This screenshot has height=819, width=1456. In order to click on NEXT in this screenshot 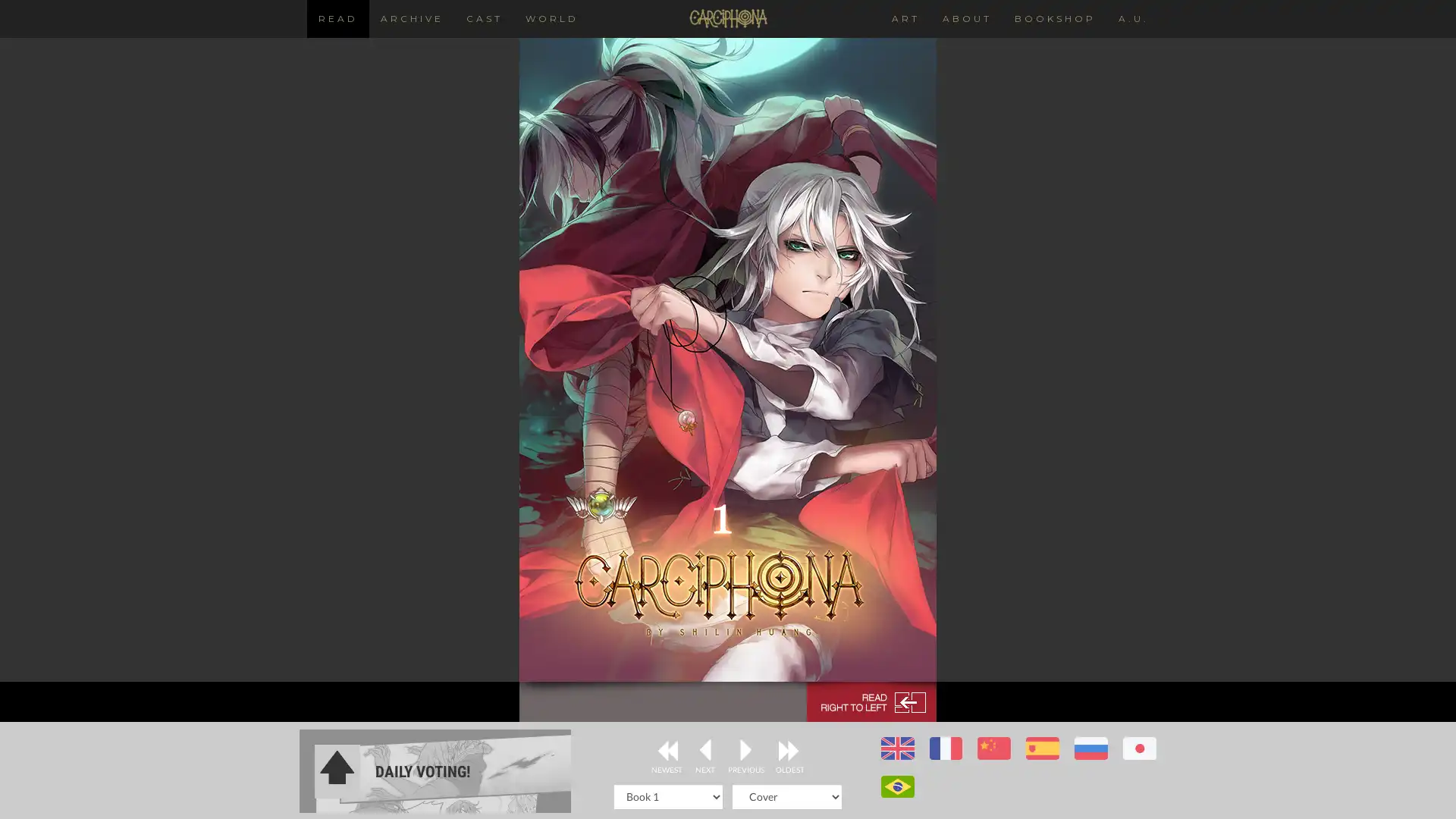, I will do `click(704, 752)`.